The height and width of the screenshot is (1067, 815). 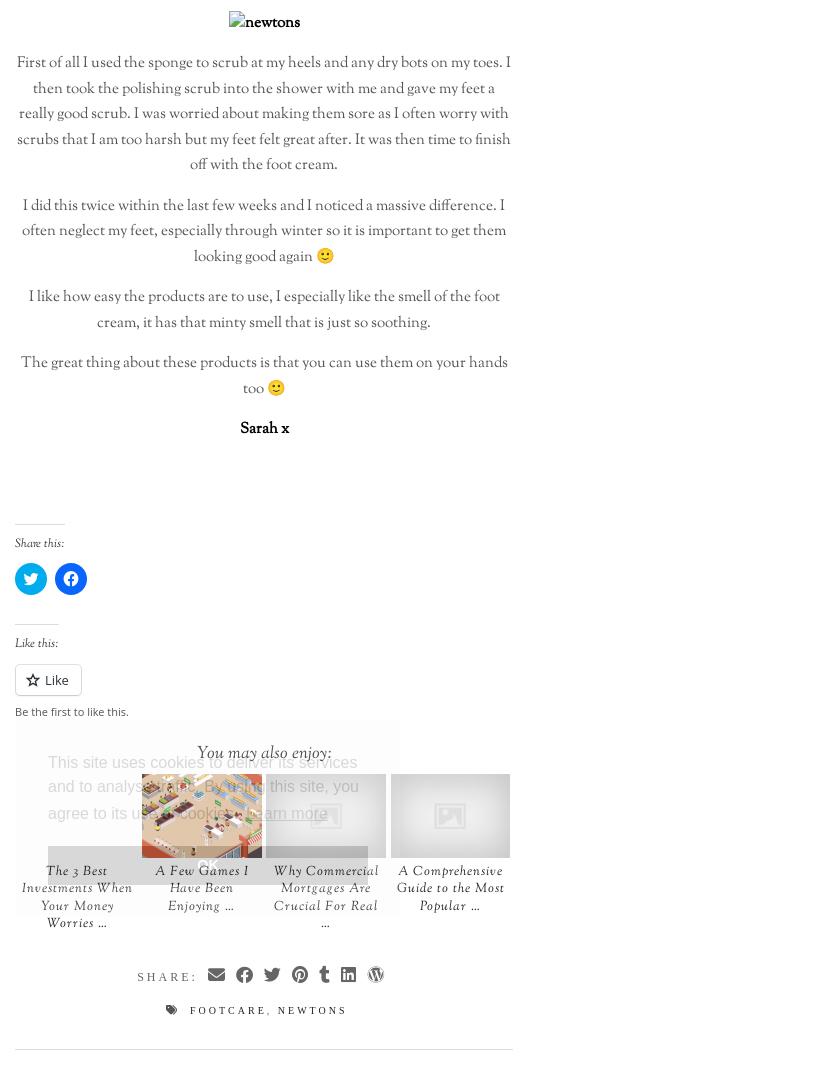 I want to click on 'newtons', so click(x=310, y=1010).